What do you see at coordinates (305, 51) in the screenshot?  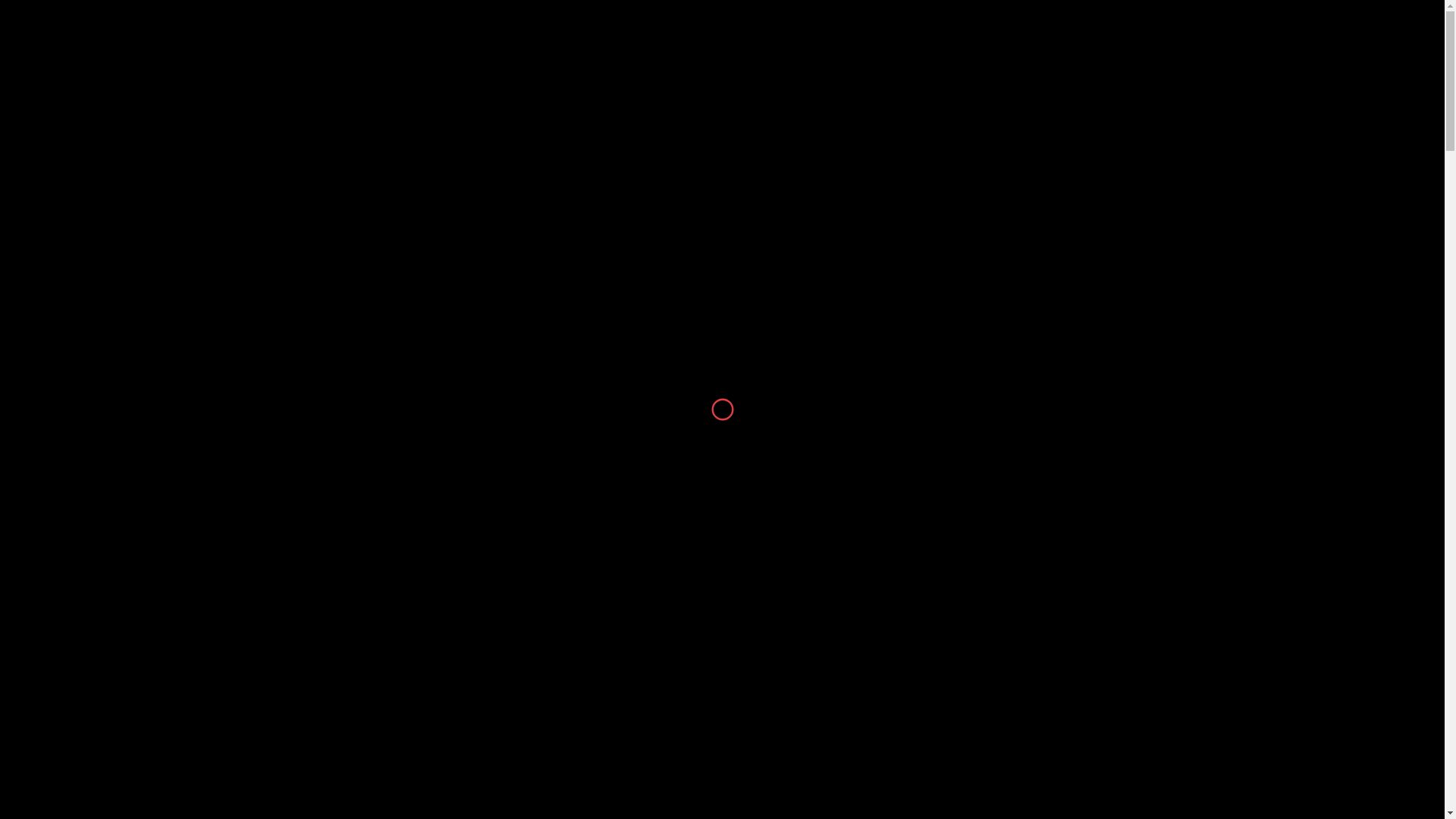 I see `'WOMEN'` at bounding box center [305, 51].